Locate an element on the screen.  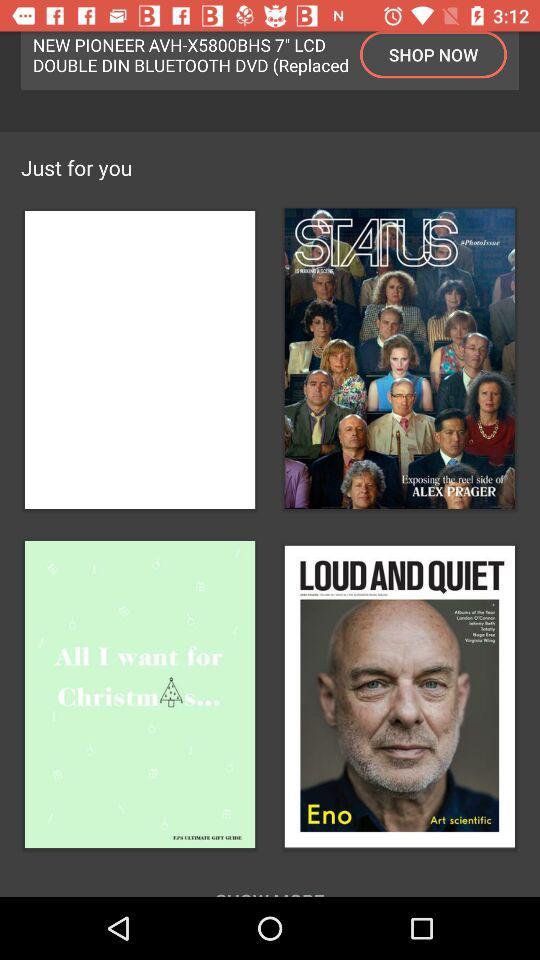
item above just for you item is located at coordinates (432, 53).